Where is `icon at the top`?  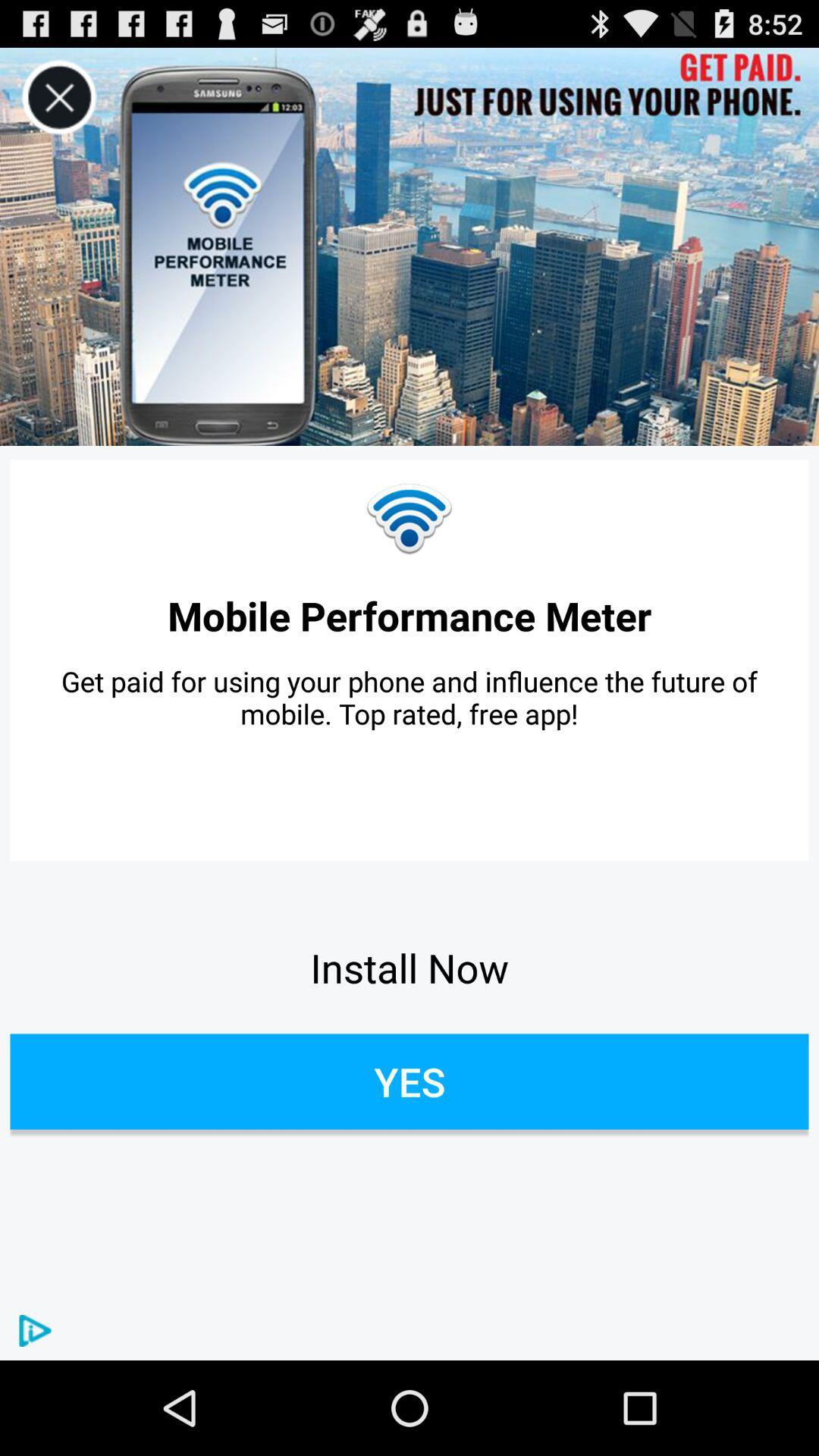
icon at the top is located at coordinates (409, 246).